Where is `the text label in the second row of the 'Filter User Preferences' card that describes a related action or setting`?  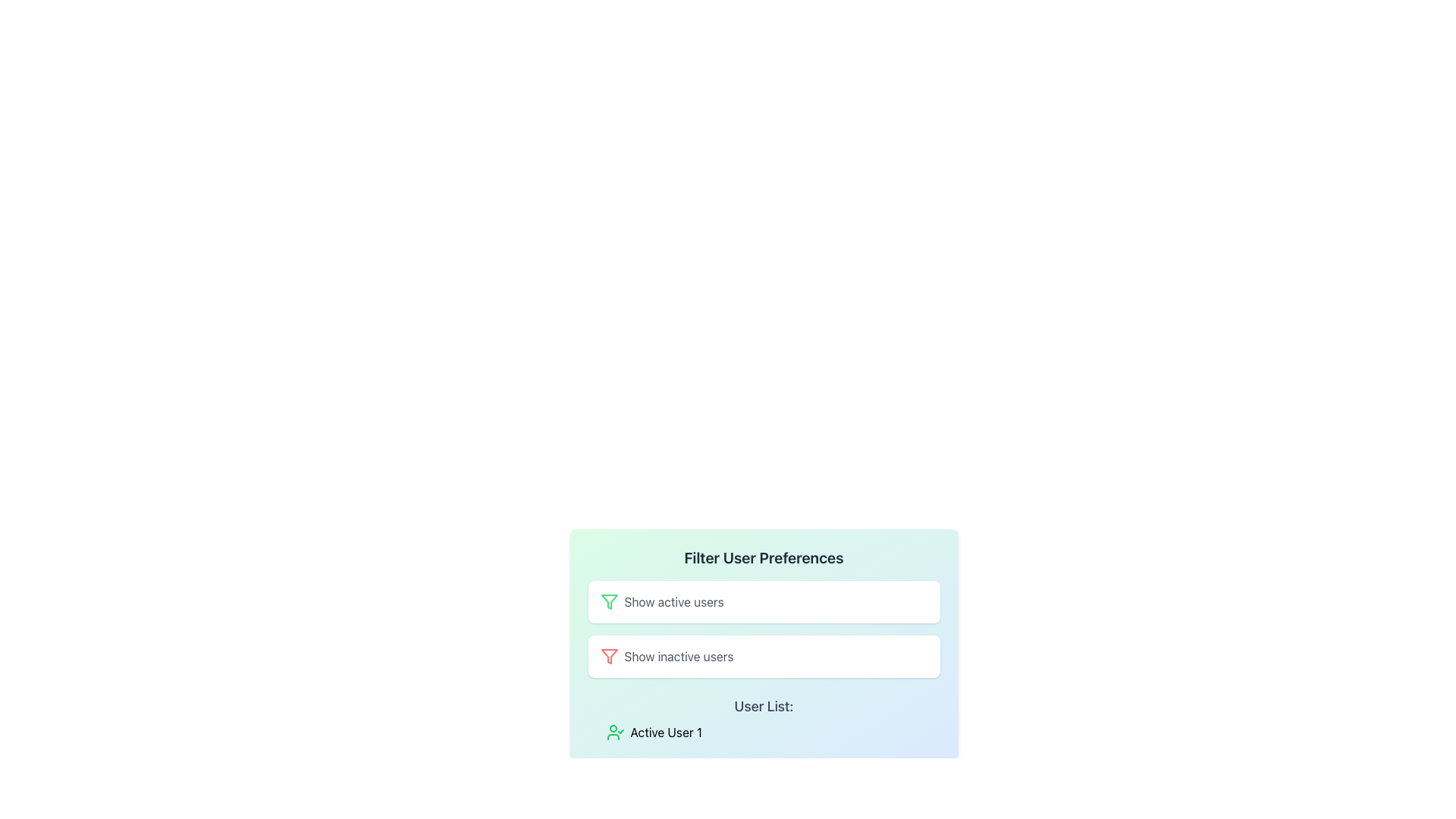
the text label in the second row of the 'Filter User Preferences' card that describes a related action or setting is located at coordinates (678, 656).